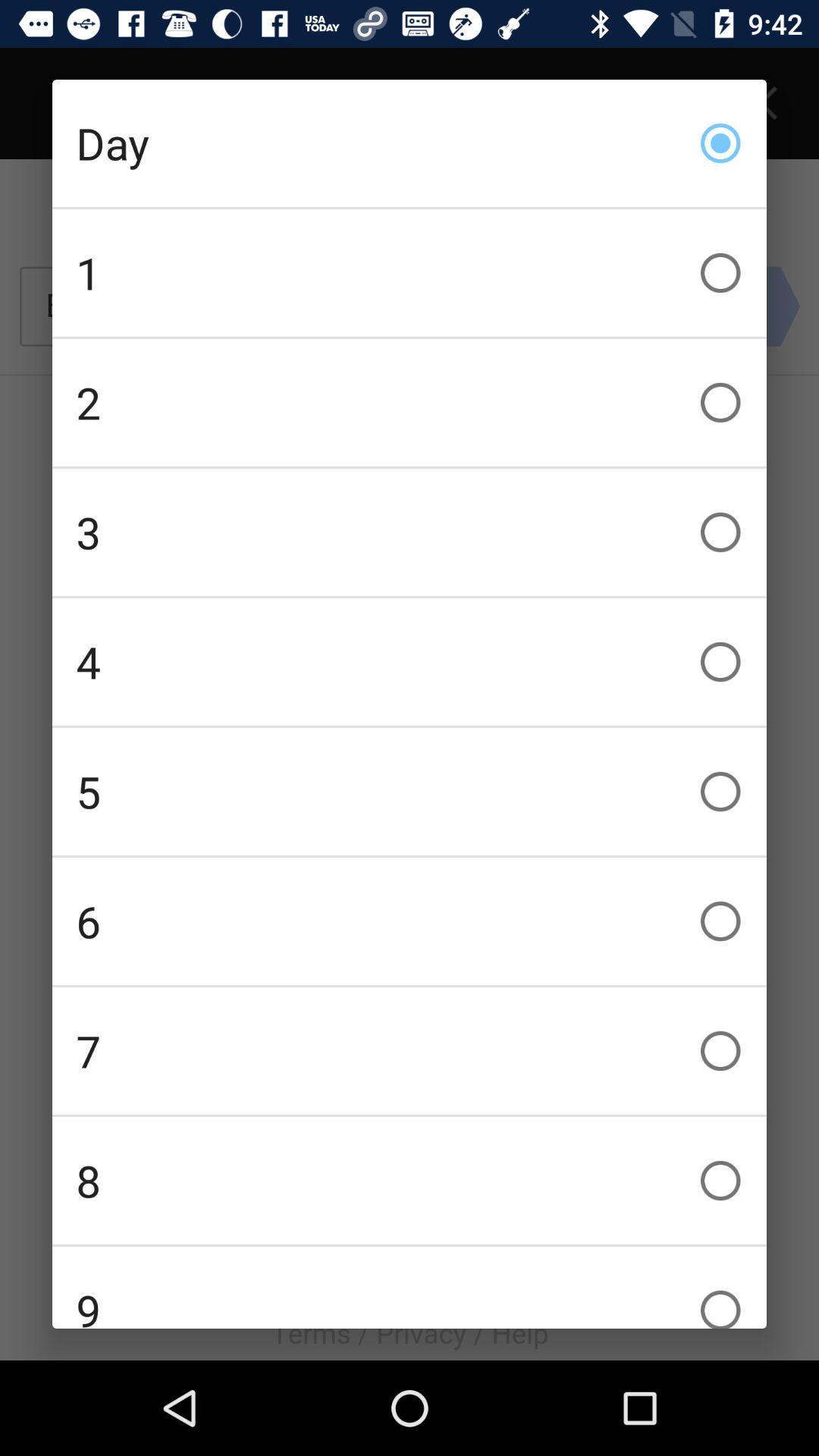 The width and height of the screenshot is (819, 1456). Describe the element at coordinates (409, 273) in the screenshot. I see `1 checkbox` at that location.